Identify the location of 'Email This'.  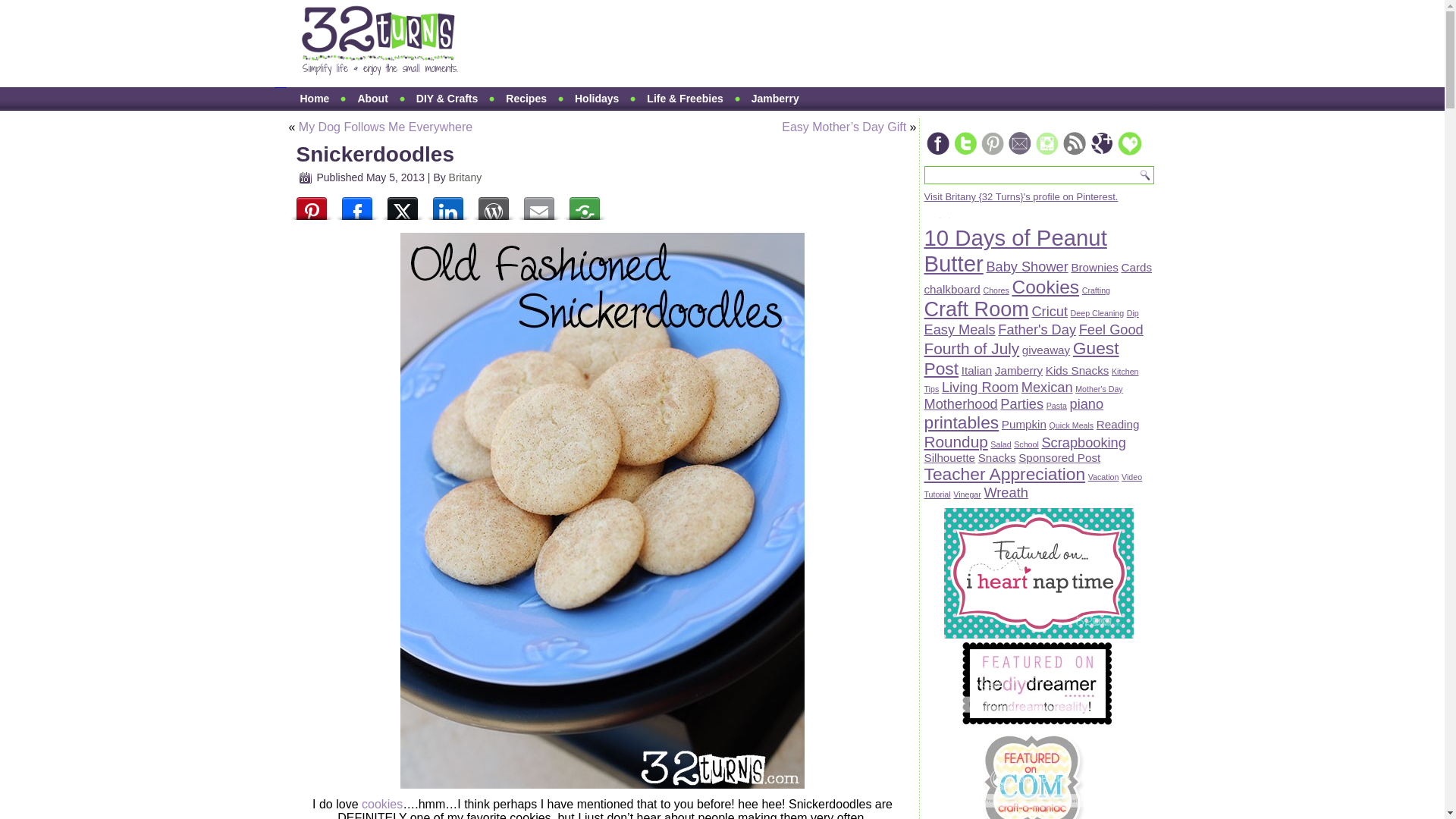
(516, 205).